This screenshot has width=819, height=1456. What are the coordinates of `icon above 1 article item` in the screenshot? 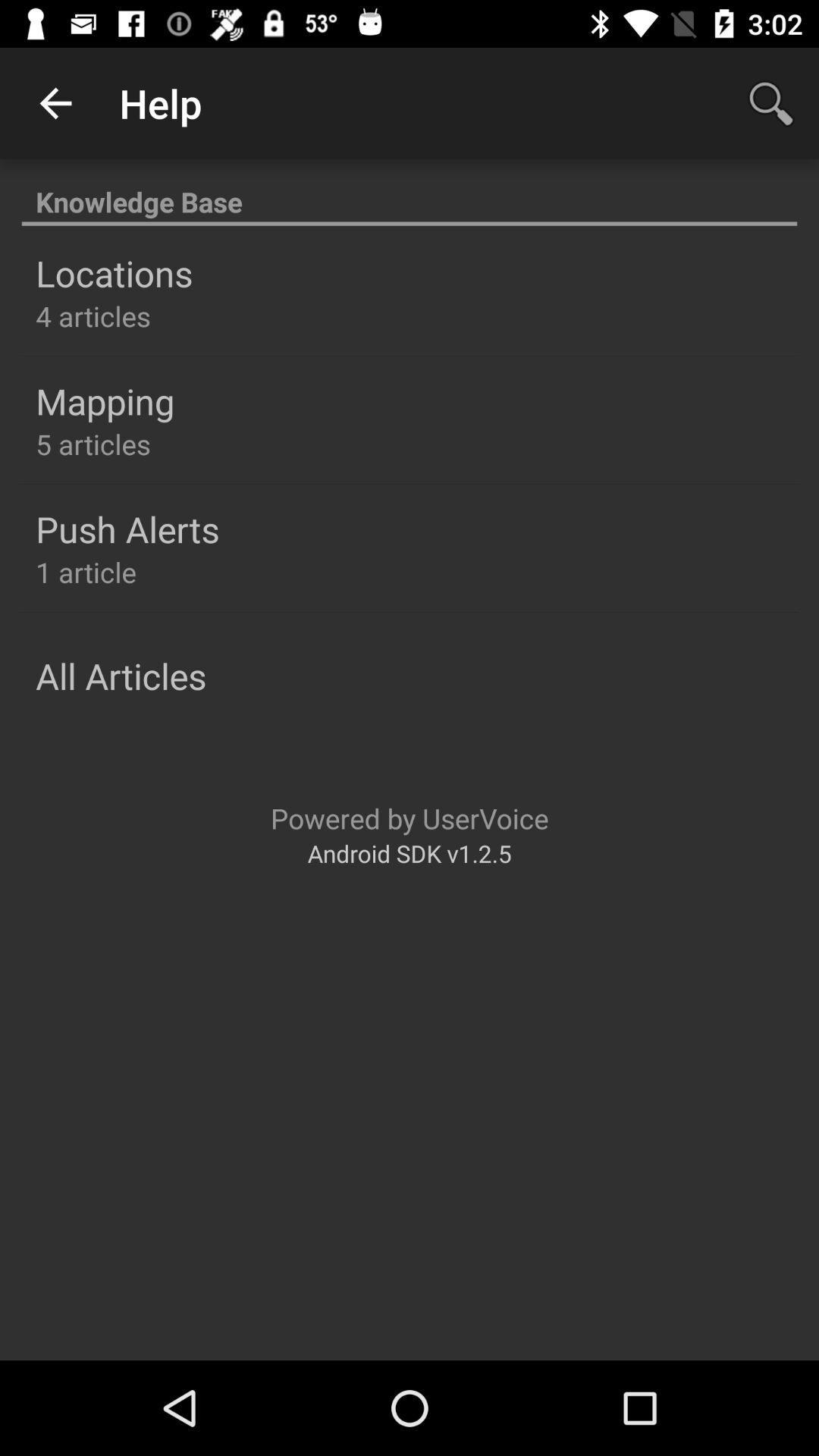 It's located at (127, 529).